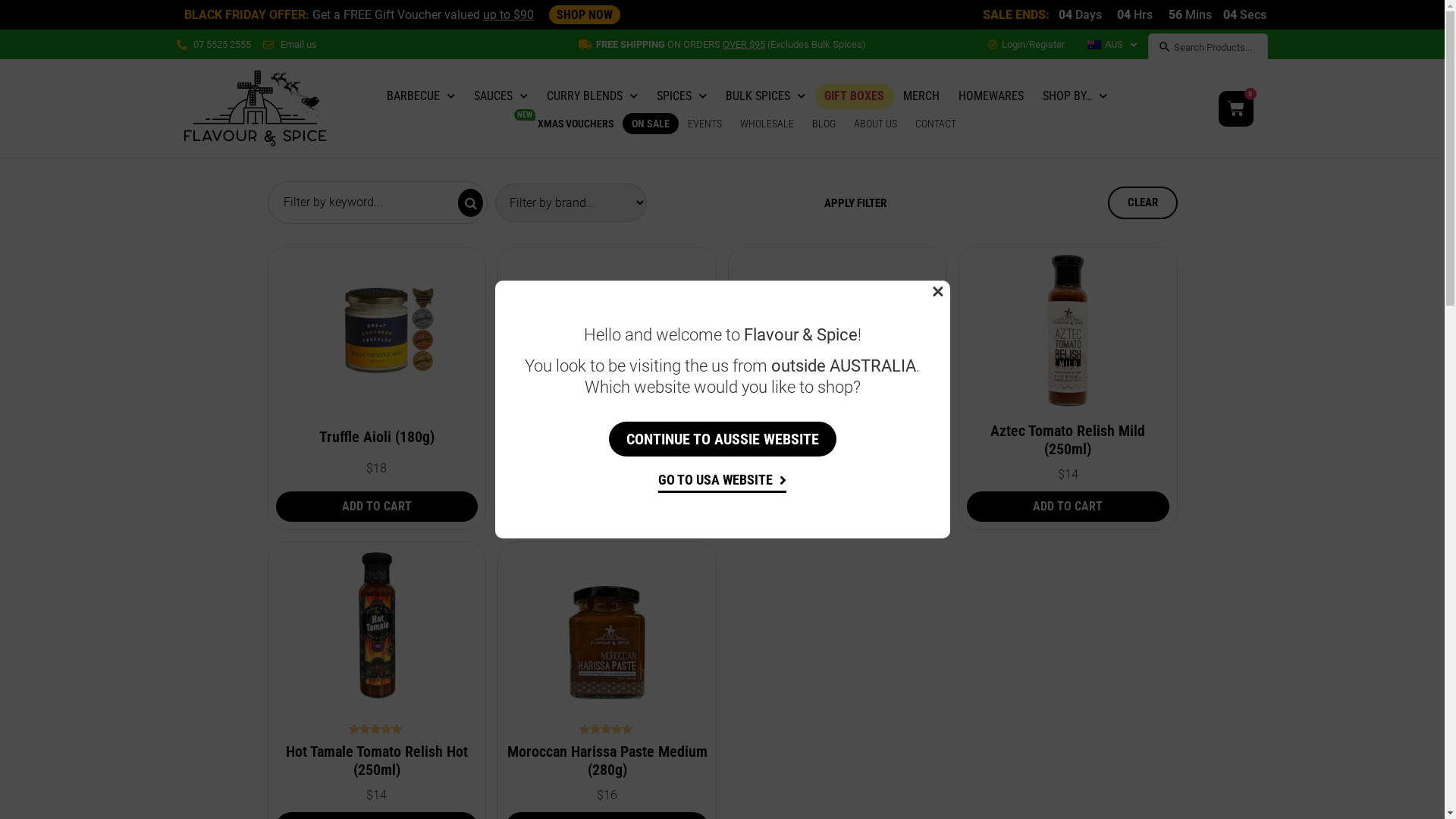 The width and height of the screenshot is (1456, 819). What do you see at coordinates (377, 506) in the screenshot?
I see `'ADD TO CART'` at bounding box center [377, 506].